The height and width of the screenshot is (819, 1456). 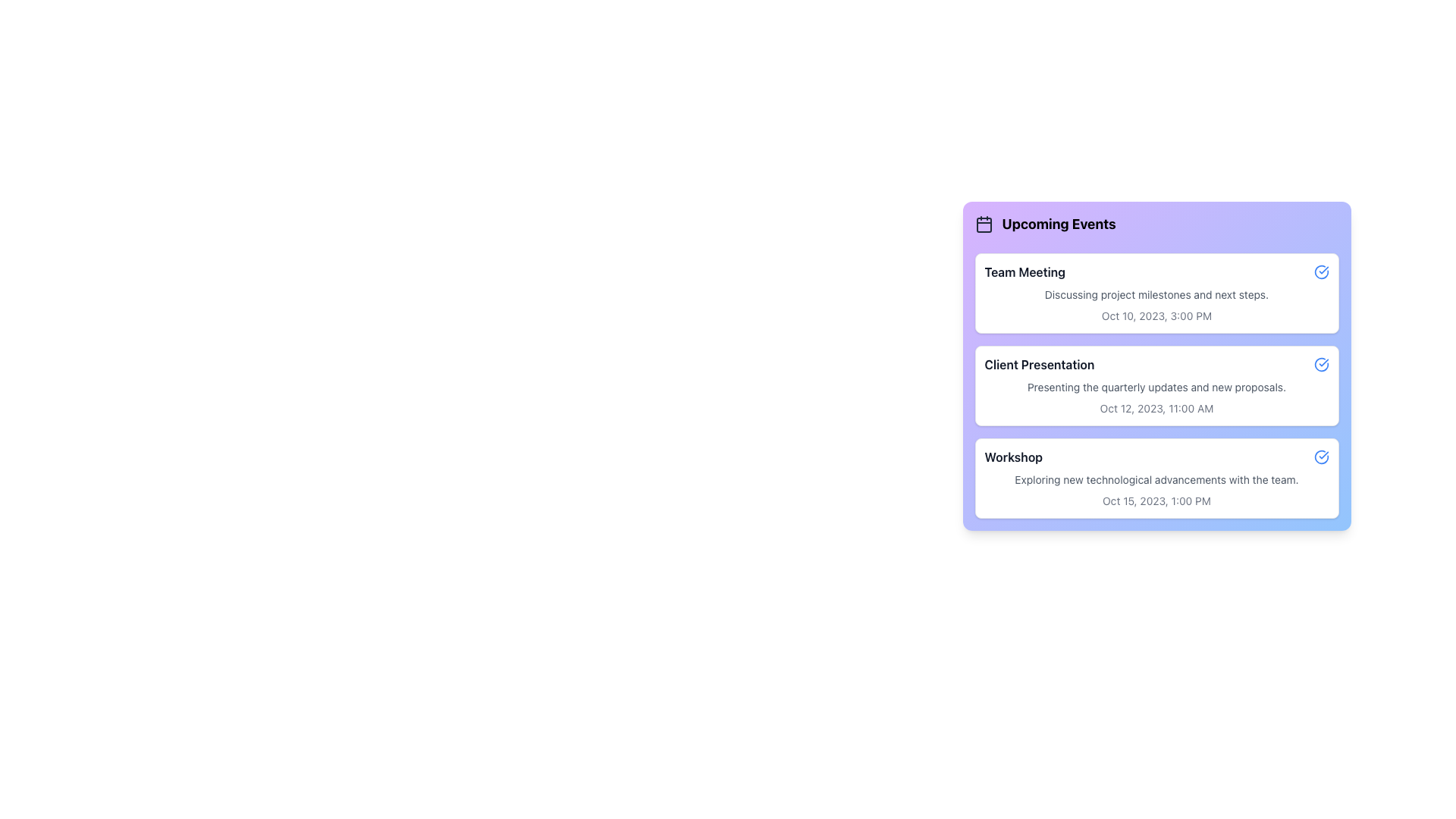 What do you see at coordinates (1133, 315) in the screenshot?
I see `the static text element displaying the date of the event in the 'Team Meeting' card, located in the middle-right area of the card component in the 'Upcoming Events' section` at bounding box center [1133, 315].